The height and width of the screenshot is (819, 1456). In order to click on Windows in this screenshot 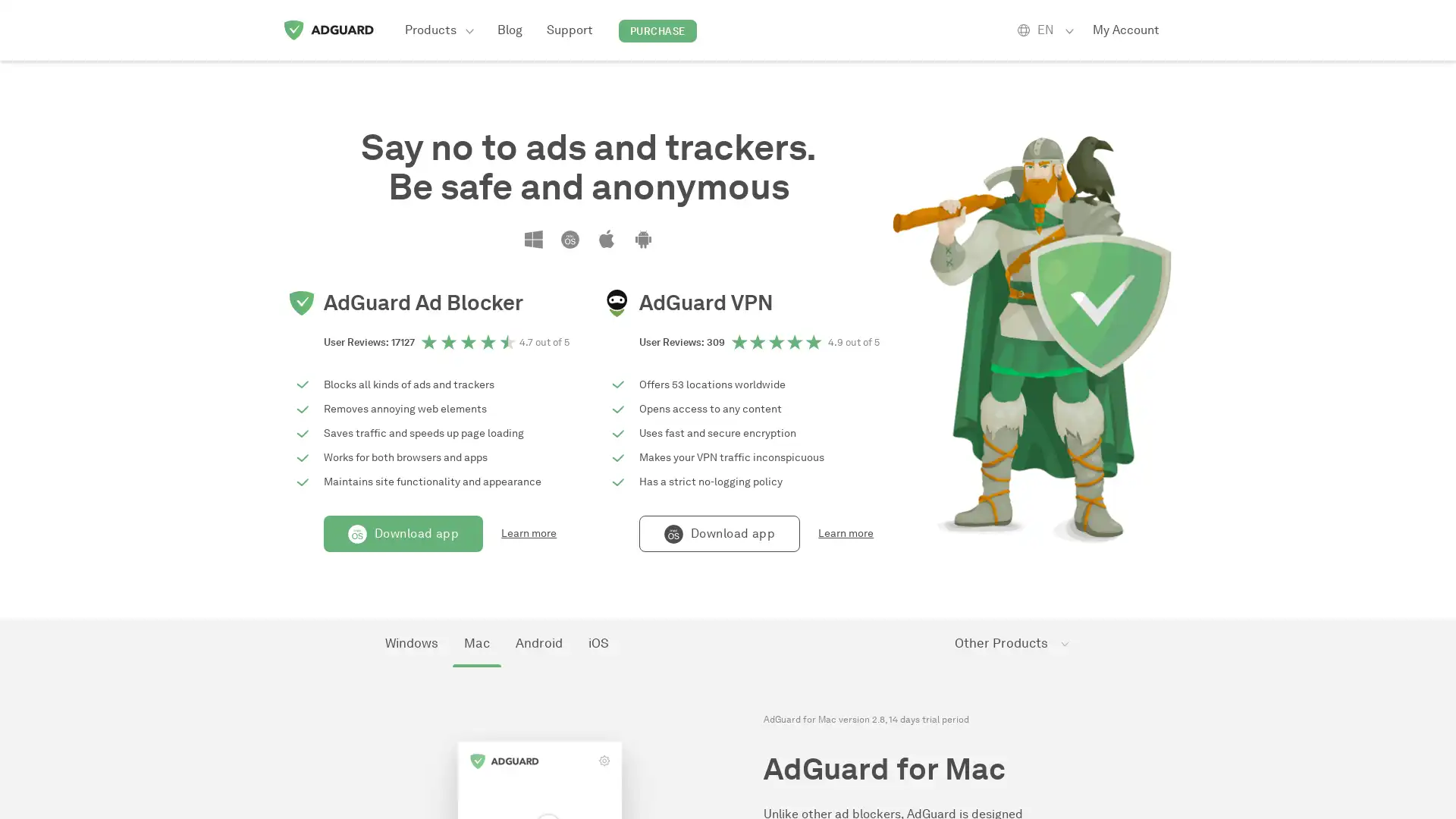, I will do `click(411, 643)`.